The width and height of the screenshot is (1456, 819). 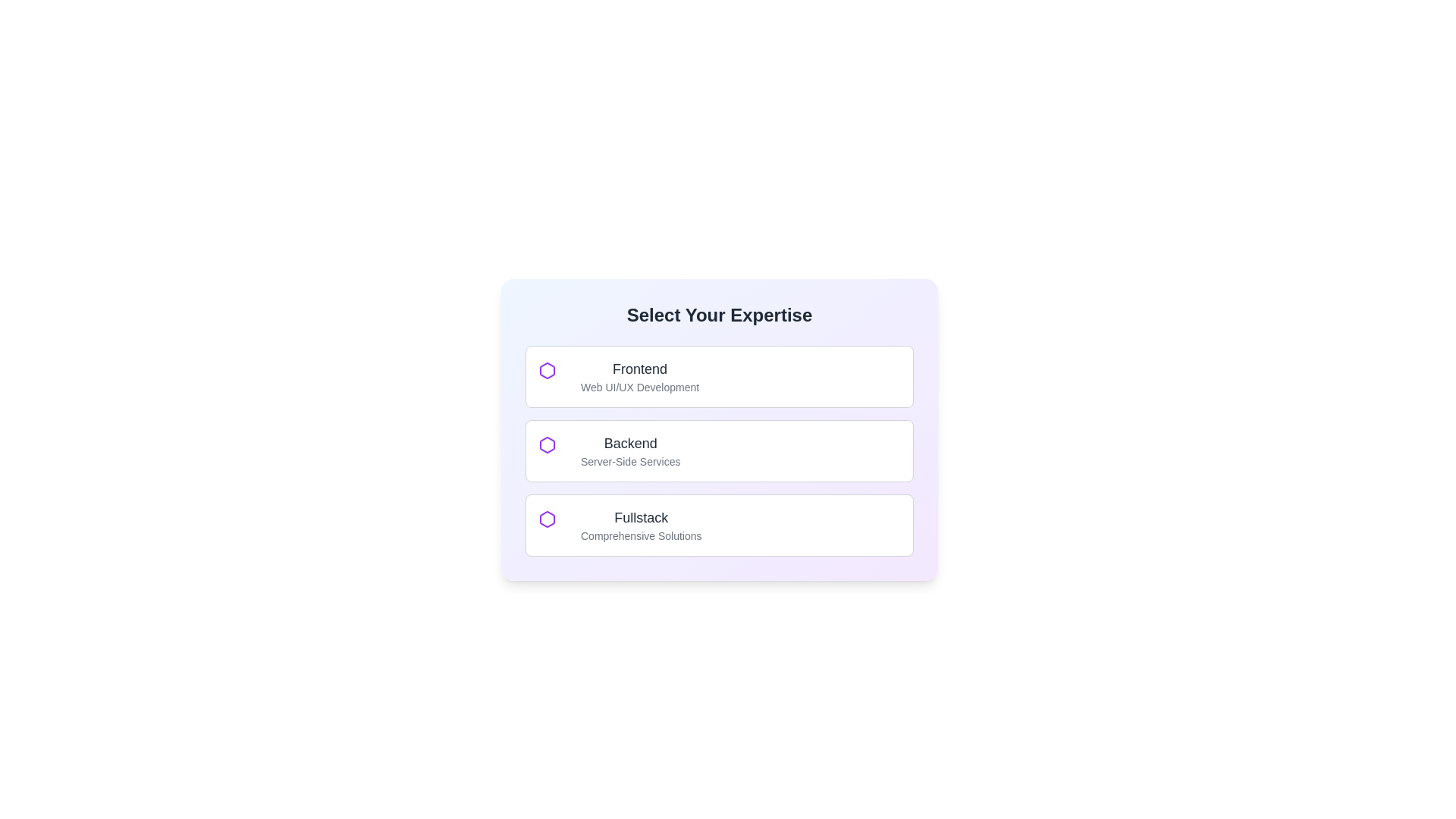 I want to click on the selectable option block for 'Fullstack' in the 'Select Your Expertise' section, so click(x=719, y=525).